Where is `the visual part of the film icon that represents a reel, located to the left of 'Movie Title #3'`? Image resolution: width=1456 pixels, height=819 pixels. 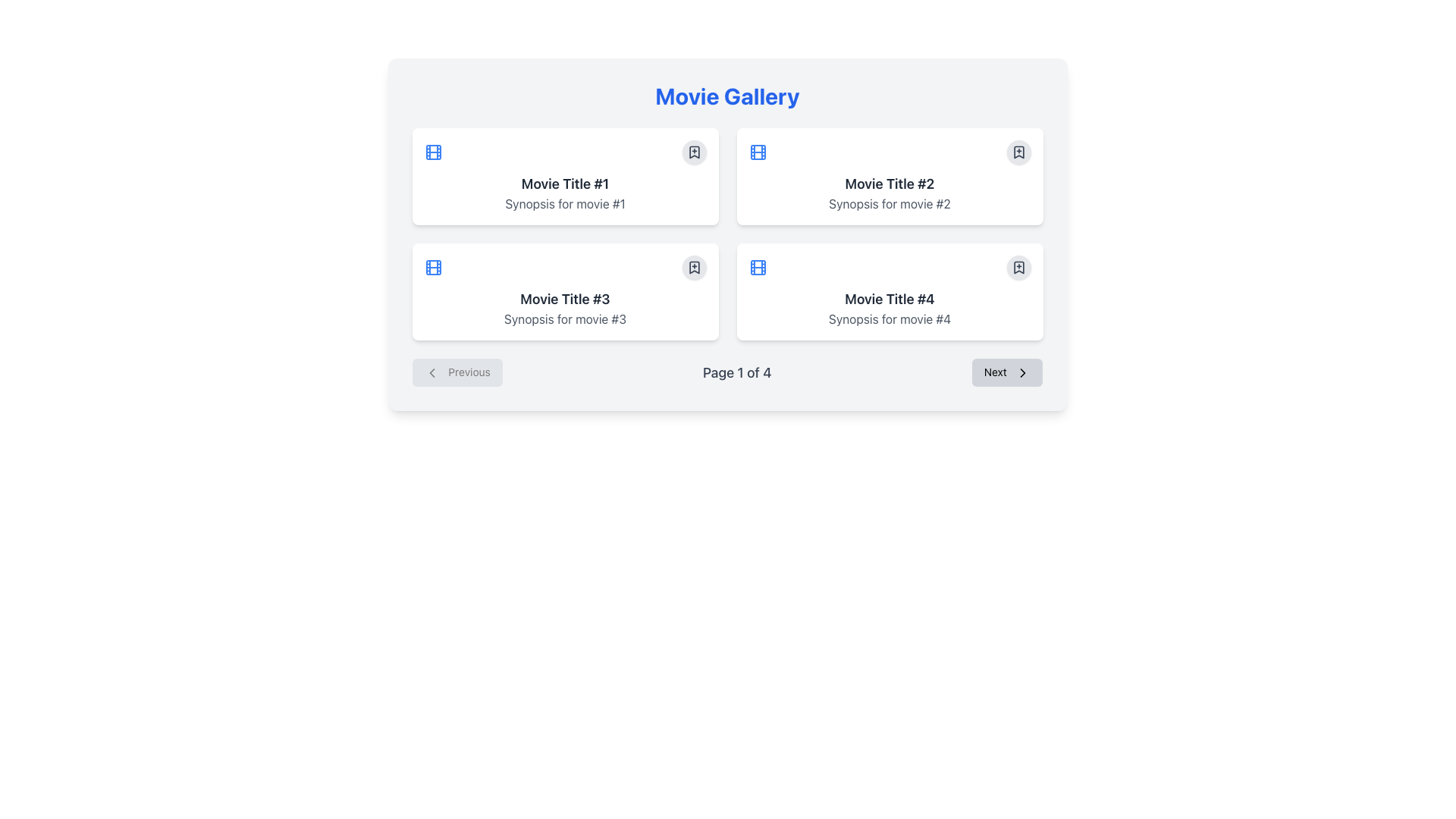 the visual part of the film icon that represents a reel, located to the left of 'Movie Title #3' is located at coordinates (432, 267).